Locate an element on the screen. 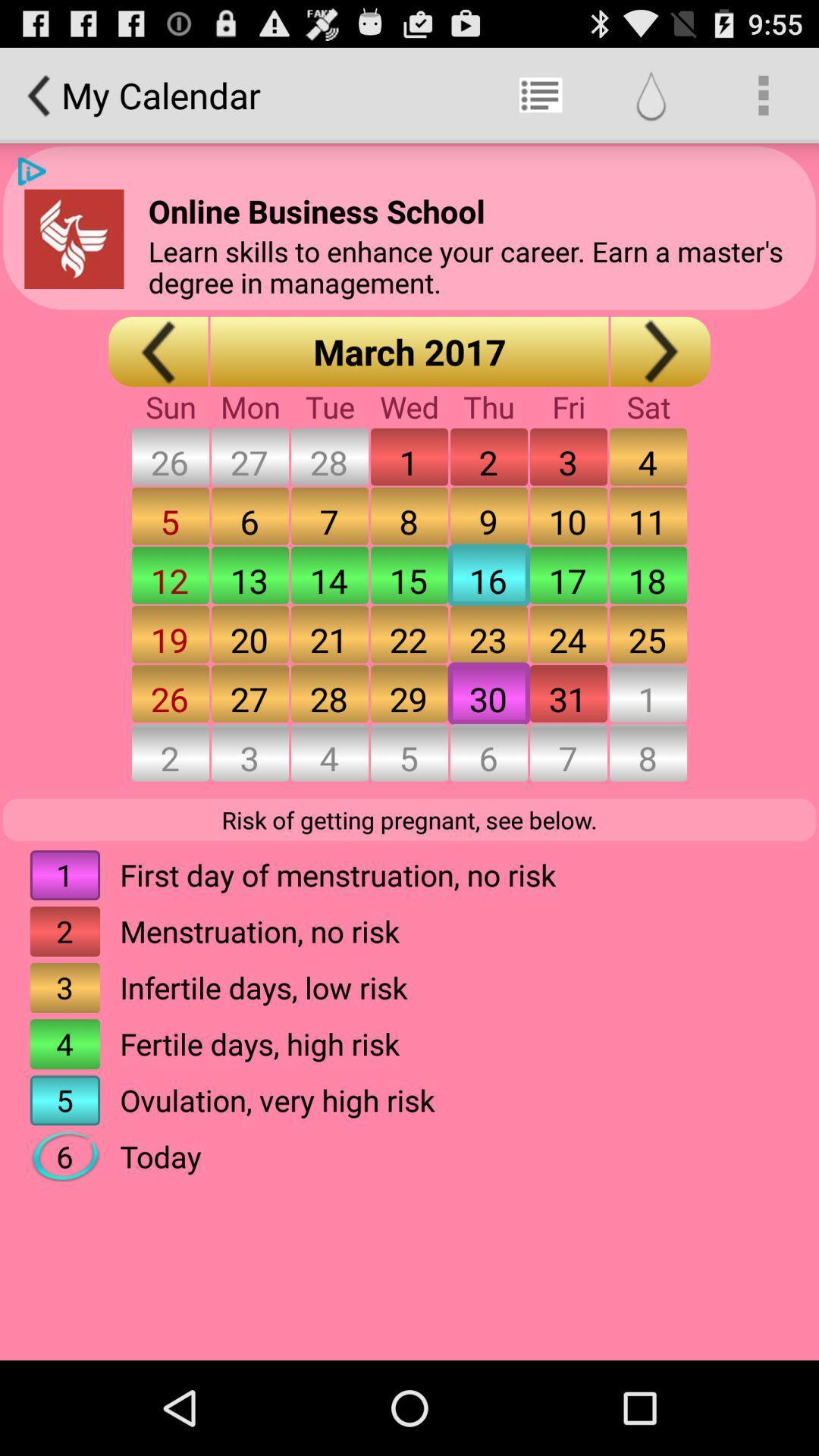 The height and width of the screenshot is (1456, 819). the arrow_forward icon is located at coordinates (660, 376).